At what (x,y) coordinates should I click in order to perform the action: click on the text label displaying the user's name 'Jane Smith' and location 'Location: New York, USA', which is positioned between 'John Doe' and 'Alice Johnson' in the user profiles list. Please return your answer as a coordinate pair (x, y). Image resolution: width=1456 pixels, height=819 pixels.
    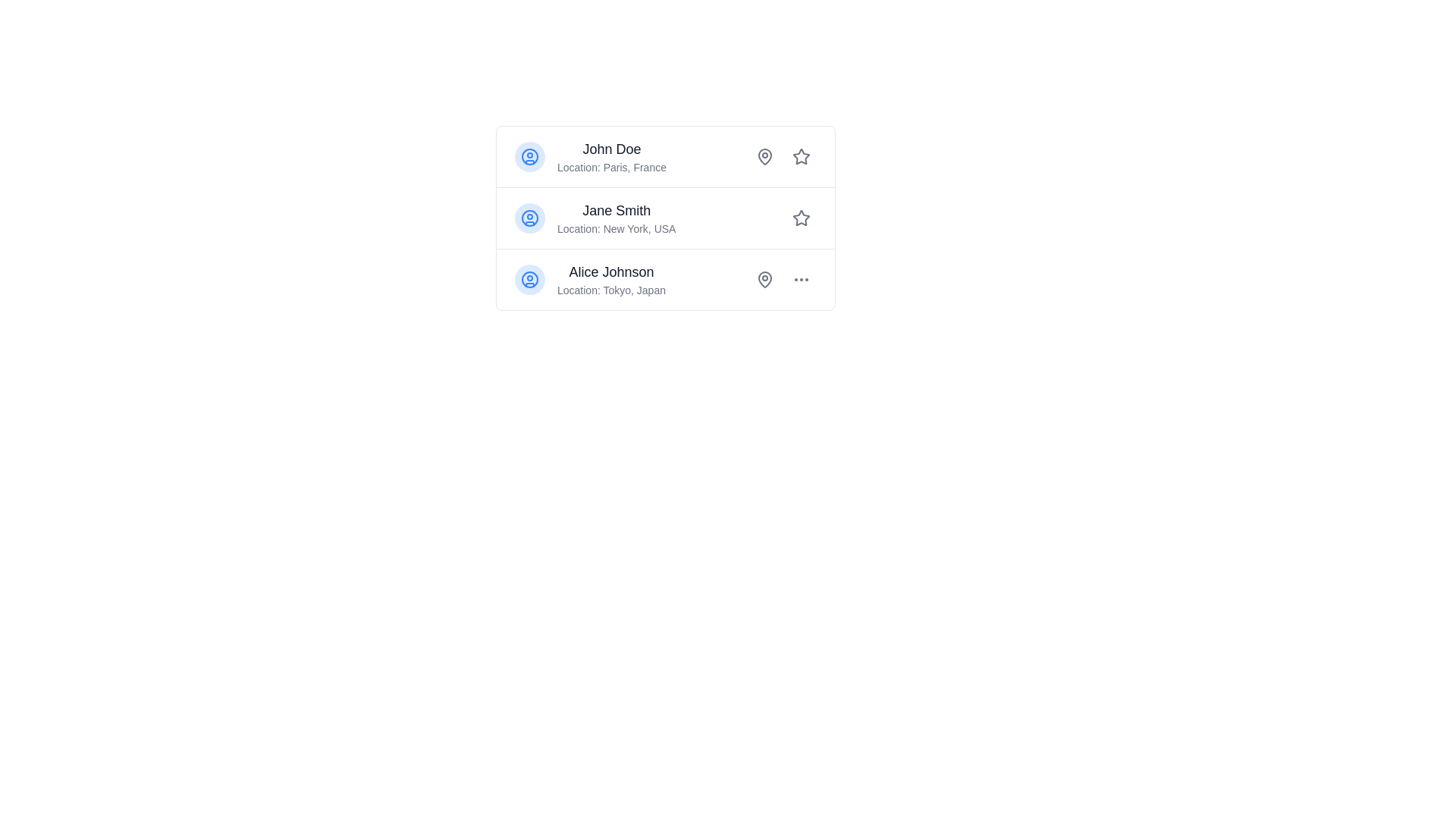
    Looking at the image, I should click on (595, 218).